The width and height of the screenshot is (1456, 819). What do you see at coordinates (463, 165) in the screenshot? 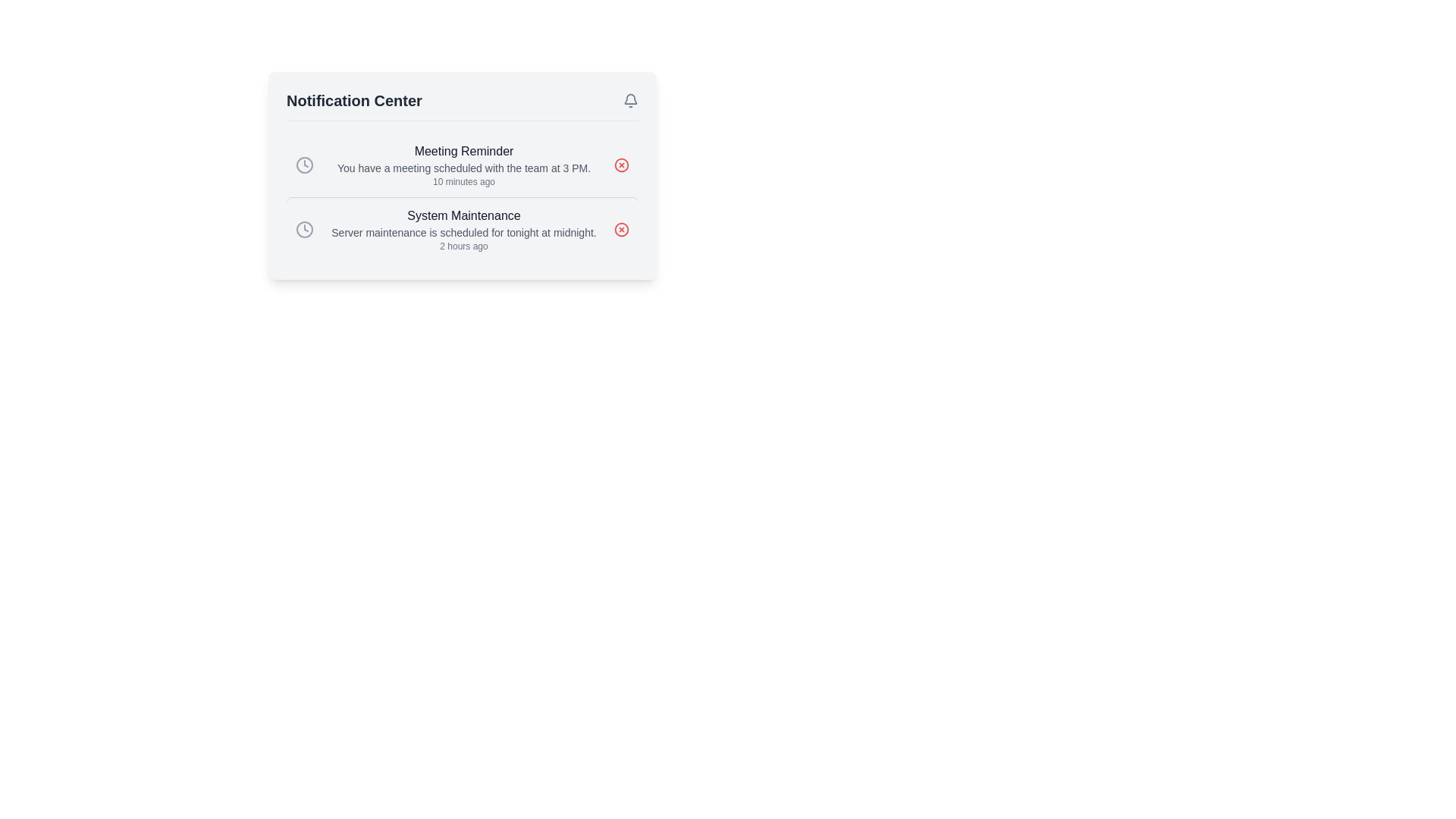
I see `the Text block in the Notification Center that notifies the user about an upcoming meeting, which is located in the second horizontal row below a clock icon and to the right of an 'X' button` at bounding box center [463, 165].